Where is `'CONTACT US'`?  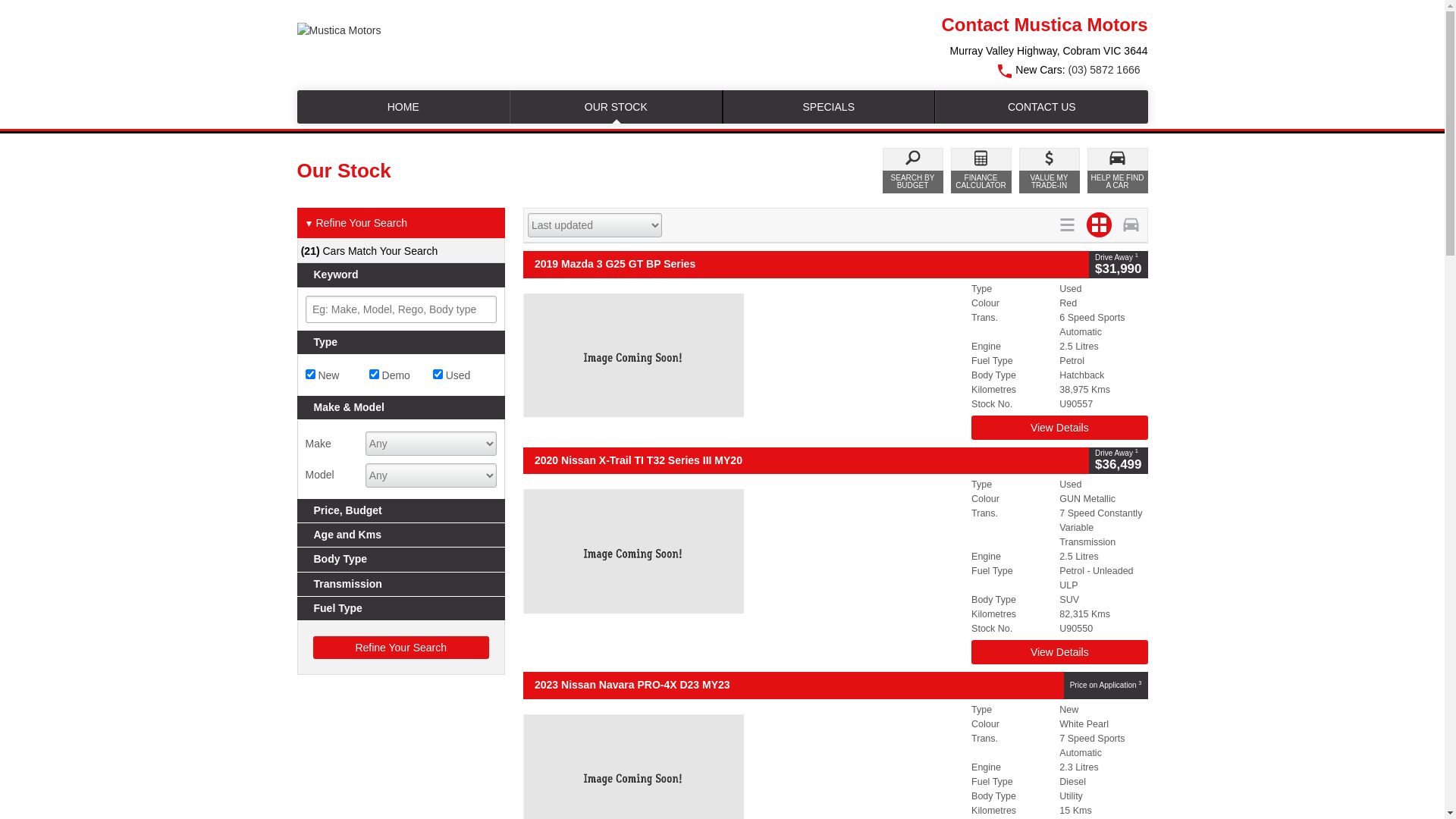 'CONTACT US' is located at coordinates (1040, 106).